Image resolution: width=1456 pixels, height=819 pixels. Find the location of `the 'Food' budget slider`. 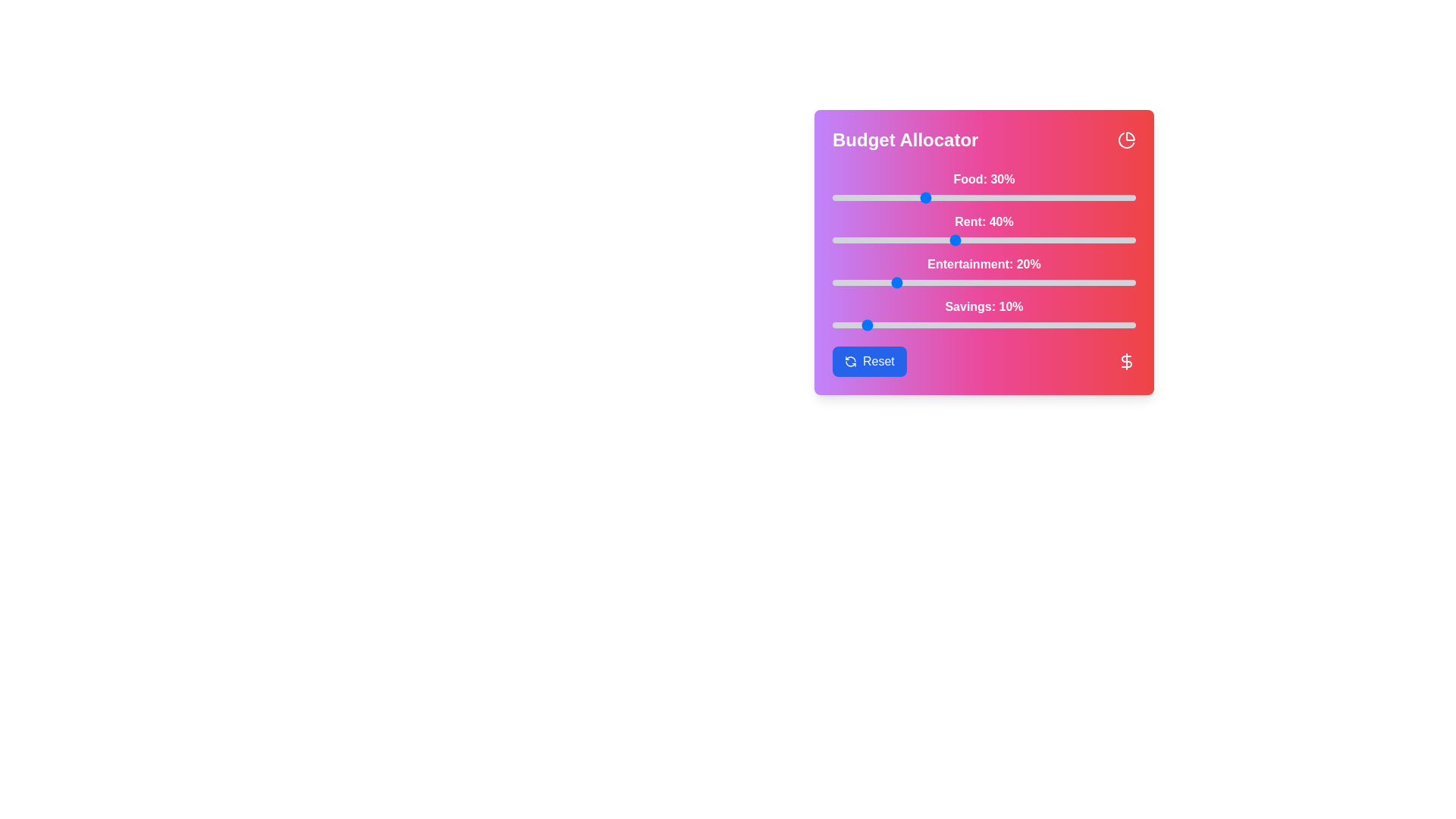

the 'Food' budget slider is located at coordinates (874, 197).